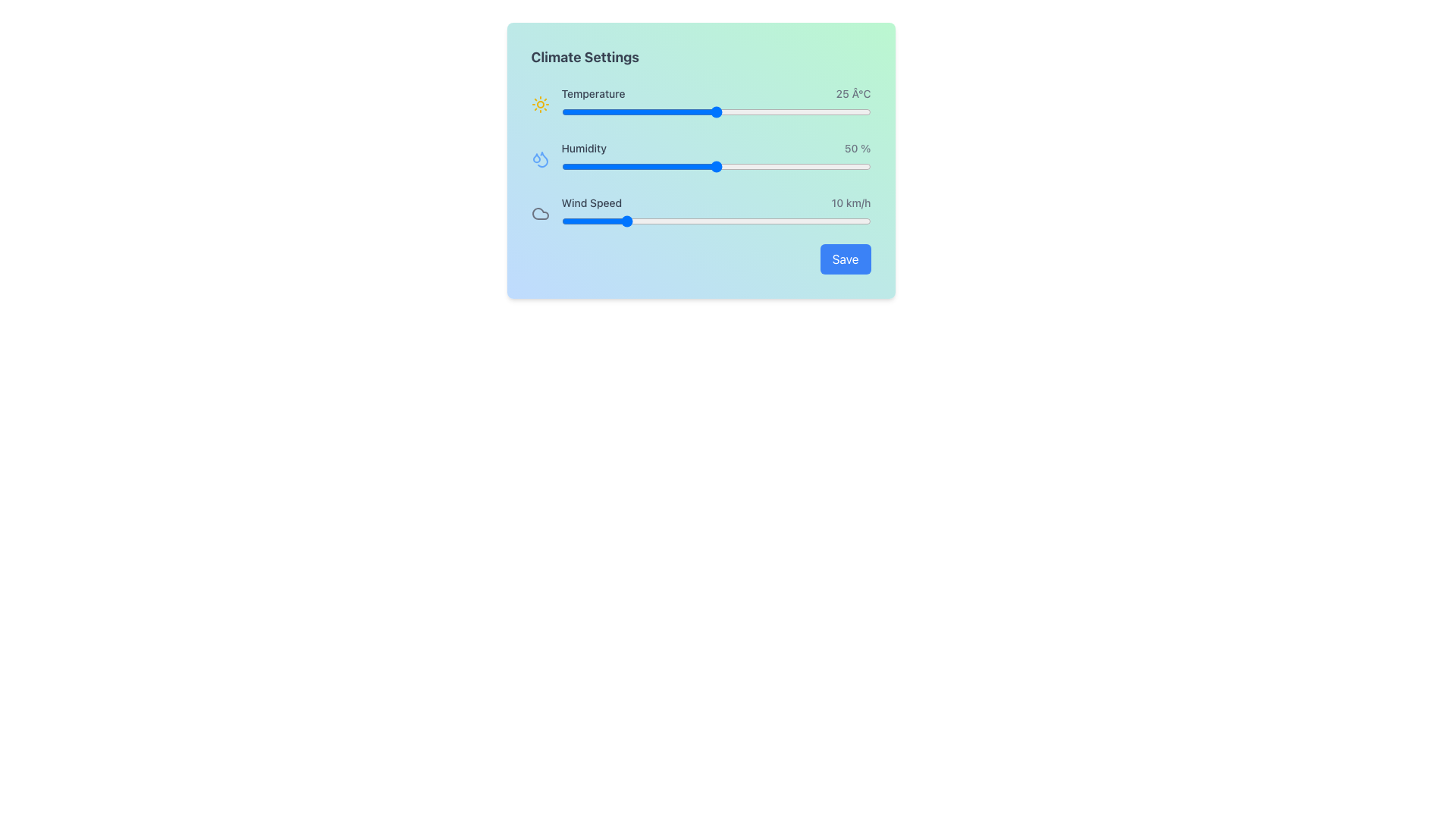 The image size is (1456, 819). Describe the element at coordinates (747, 221) in the screenshot. I see `wind speed` at that location.